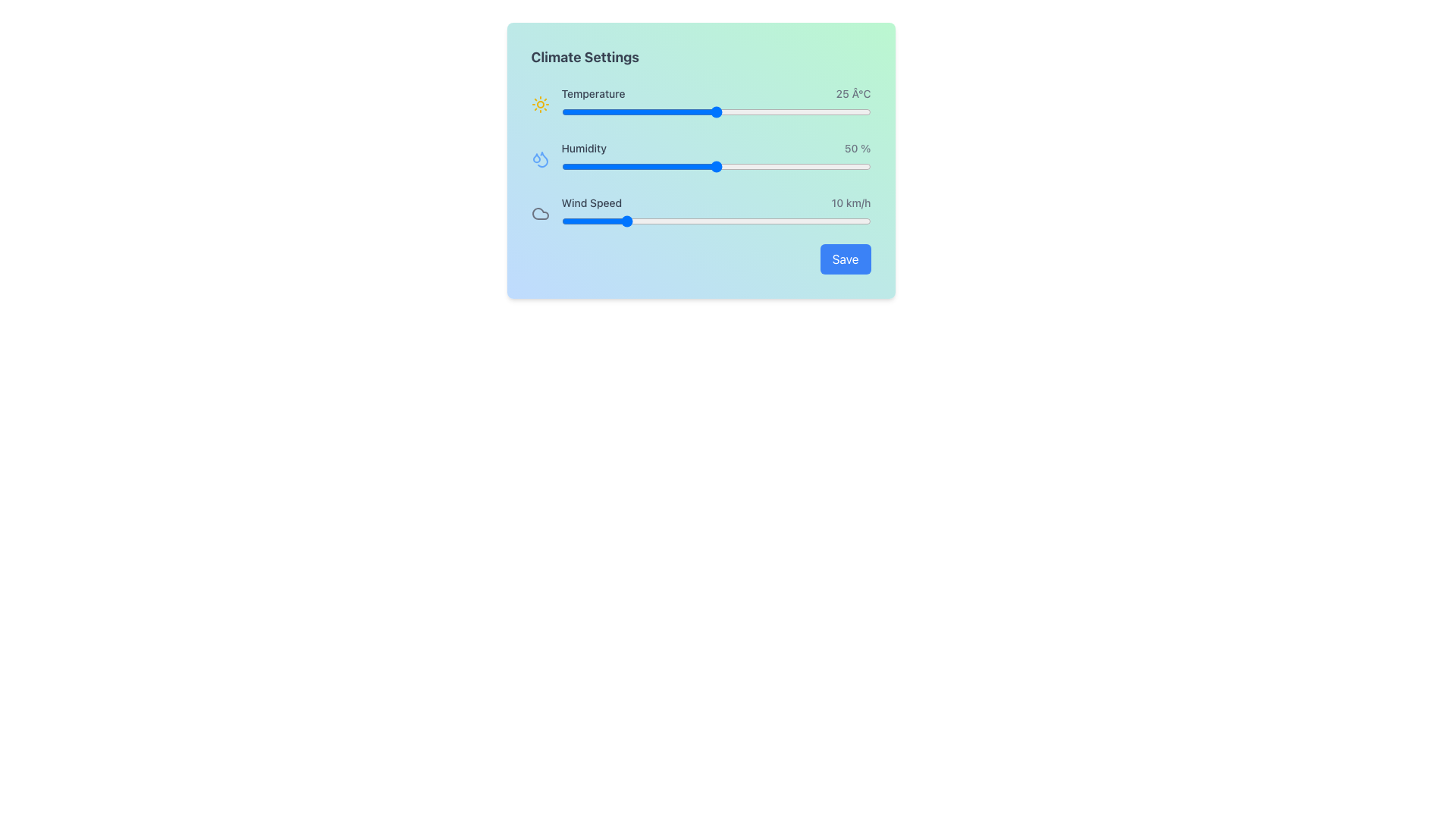 The image size is (1456, 819). Describe the element at coordinates (747, 221) in the screenshot. I see `wind speed` at that location.